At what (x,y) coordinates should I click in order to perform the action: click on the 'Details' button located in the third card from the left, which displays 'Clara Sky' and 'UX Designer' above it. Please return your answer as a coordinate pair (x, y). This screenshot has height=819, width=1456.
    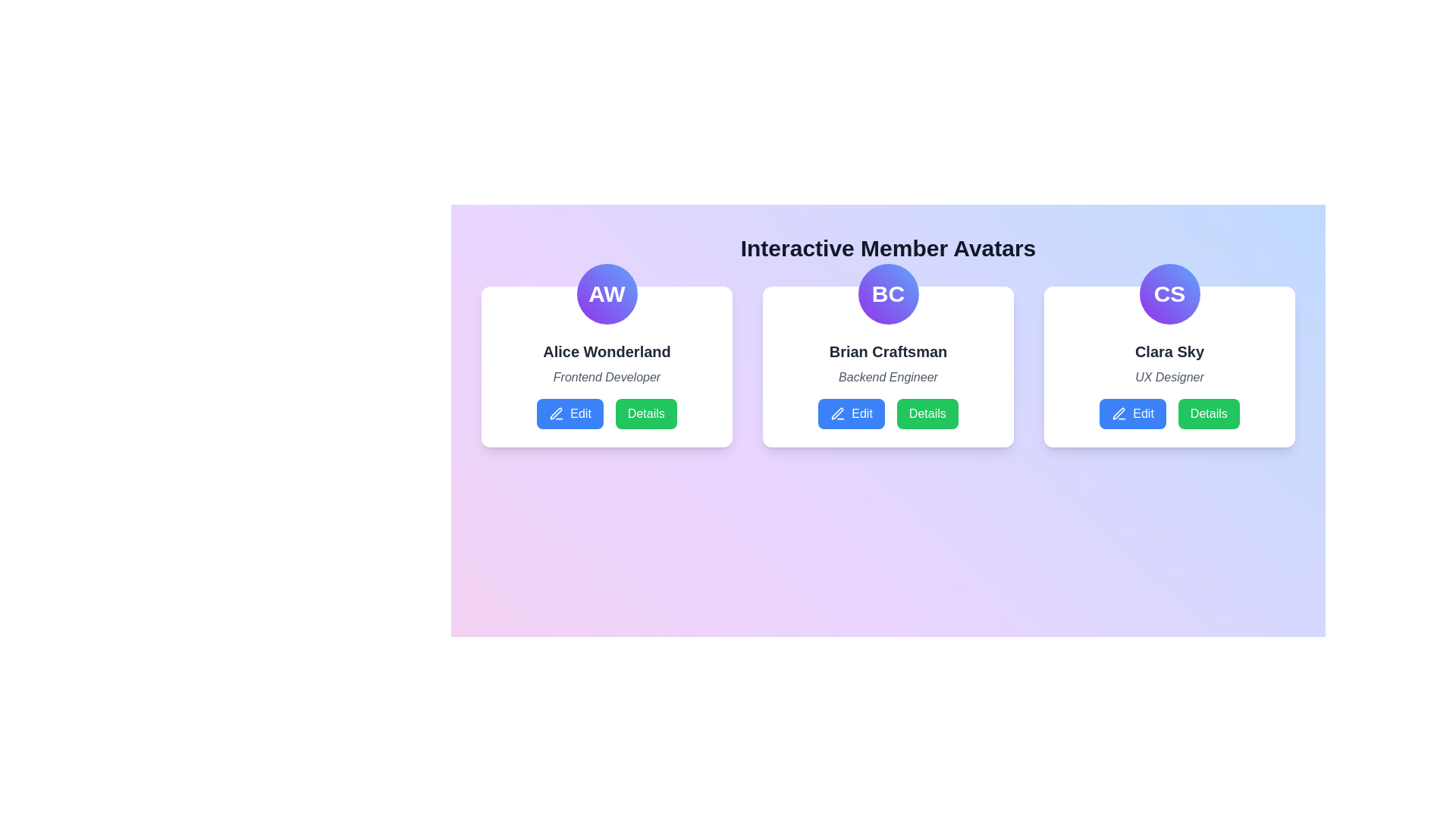
    Looking at the image, I should click on (1169, 384).